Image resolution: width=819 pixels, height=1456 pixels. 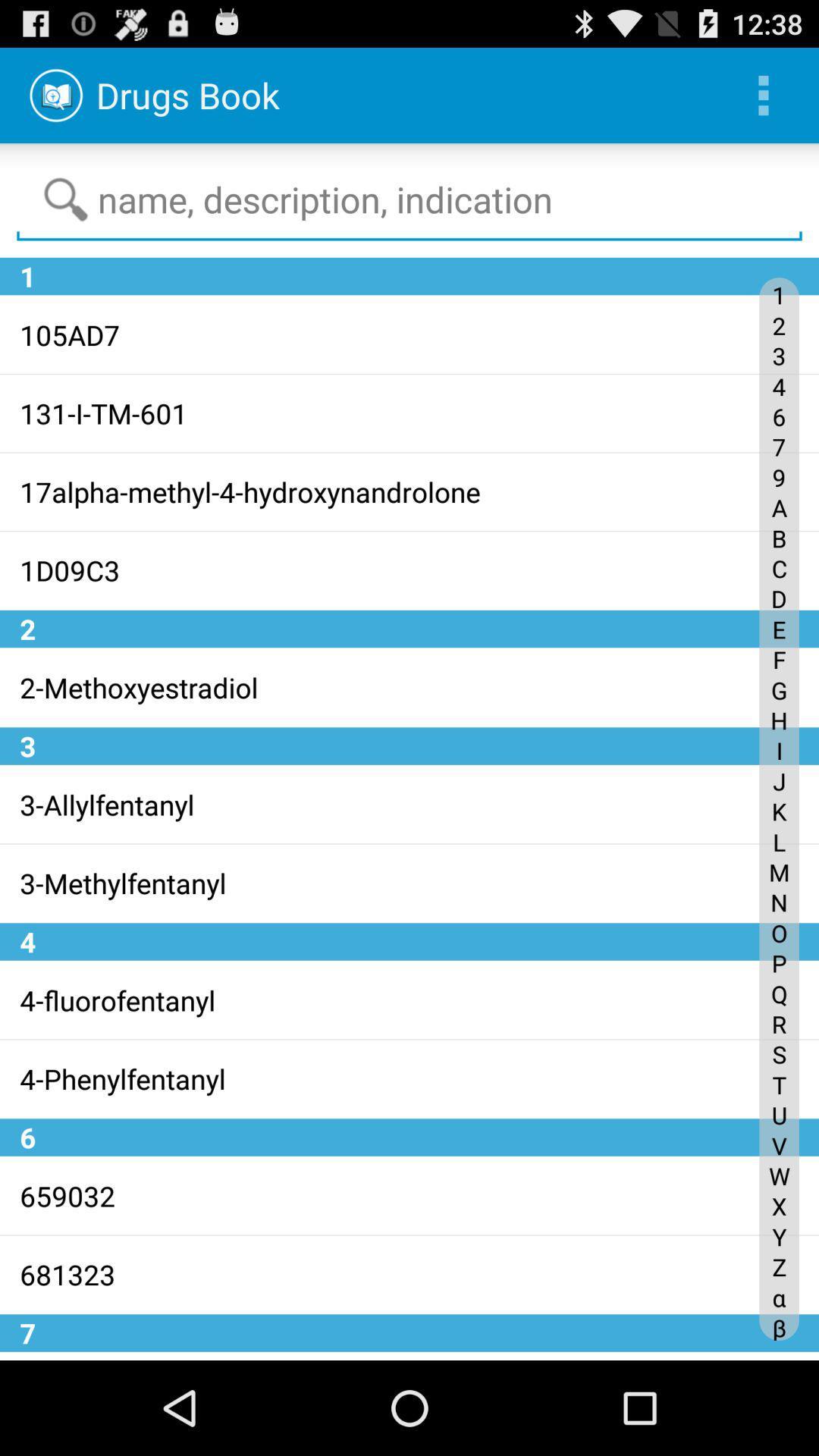 I want to click on the text field on the web page, so click(x=409, y=199).